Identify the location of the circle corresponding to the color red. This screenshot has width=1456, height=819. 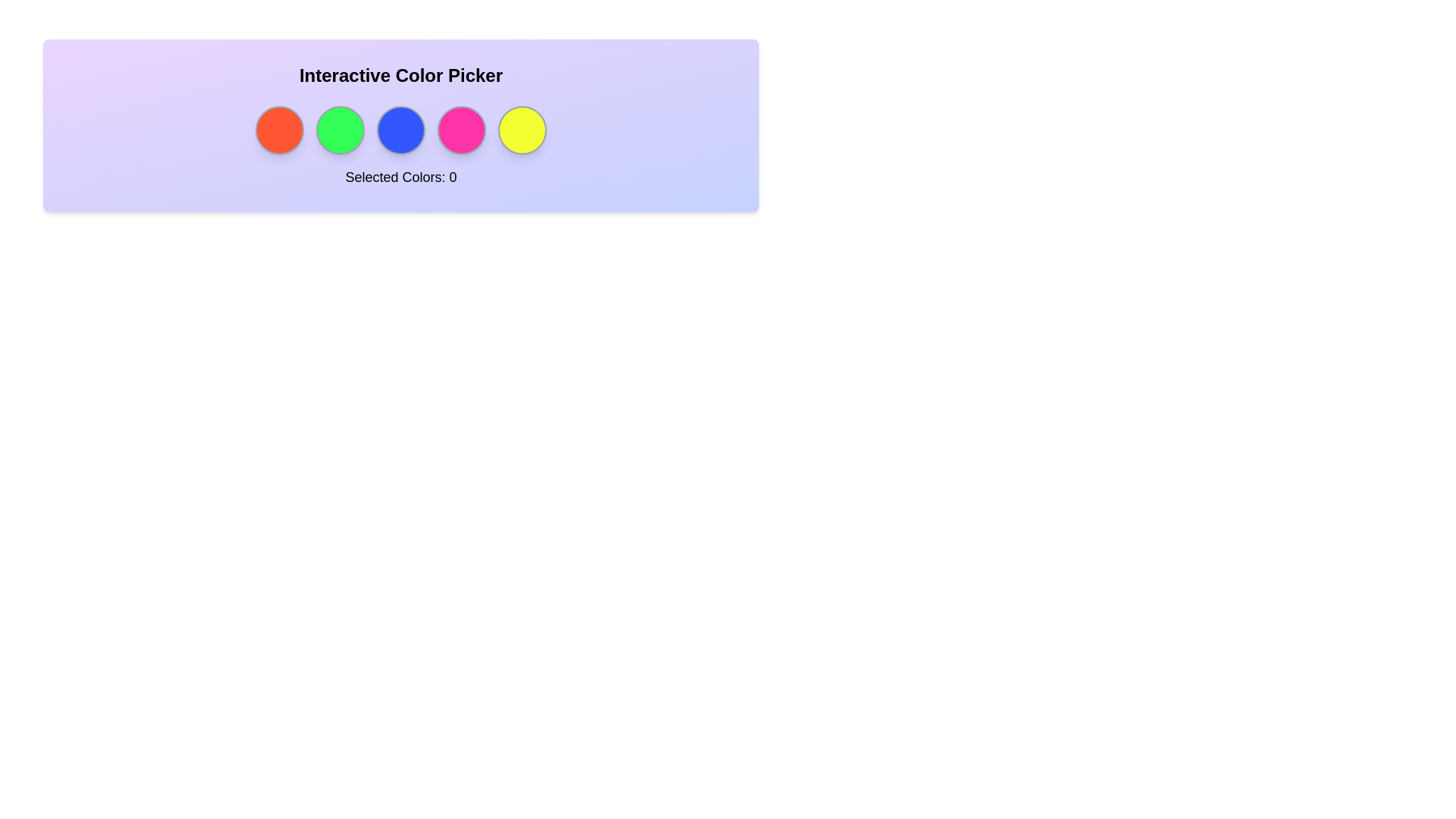
(280, 130).